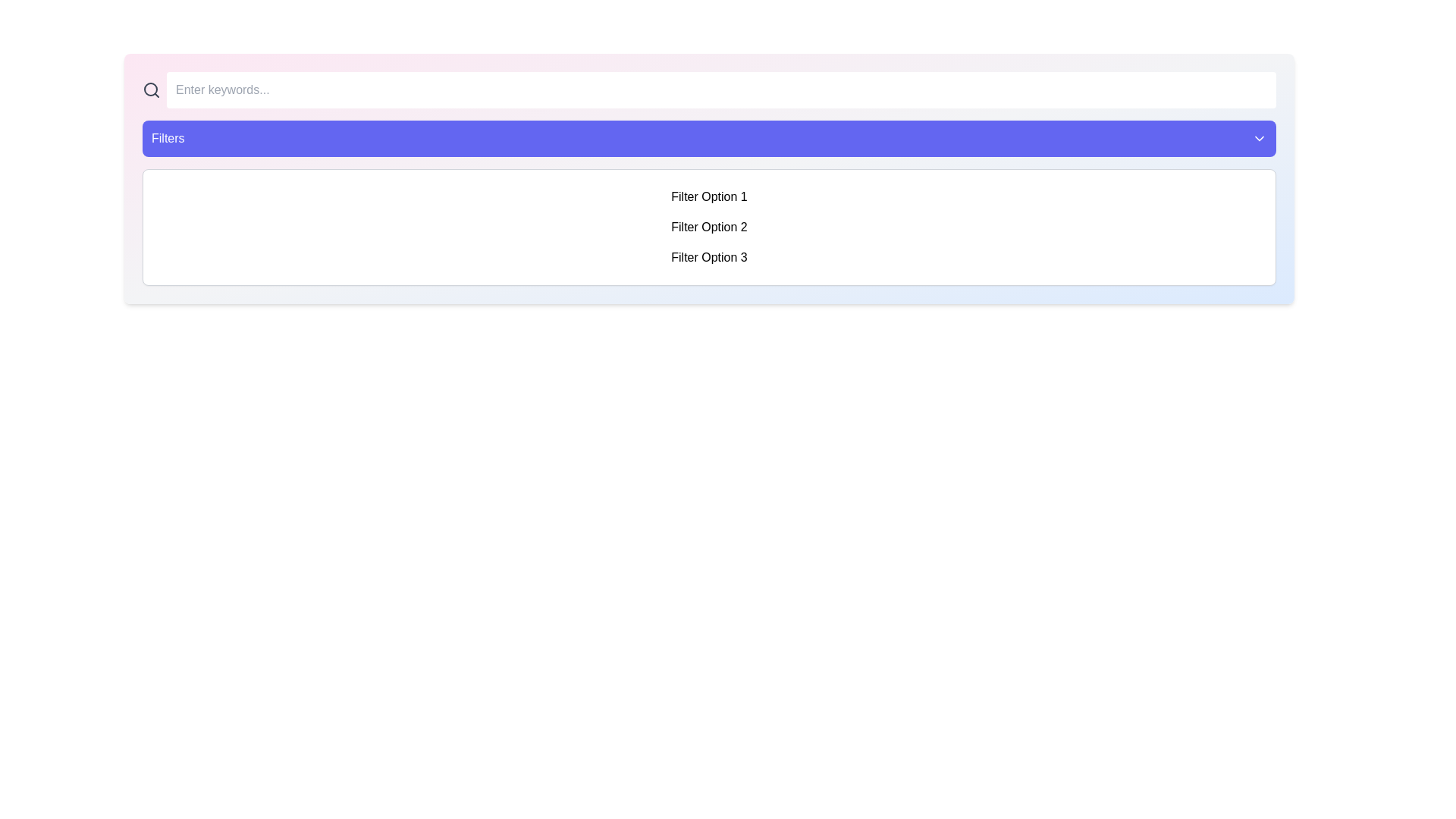  Describe the element at coordinates (708, 227) in the screenshot. I see `the text item displaying 'Filter Option 2' in the selectable list under the 'Filters' section to trigger visual feedback` at that location.